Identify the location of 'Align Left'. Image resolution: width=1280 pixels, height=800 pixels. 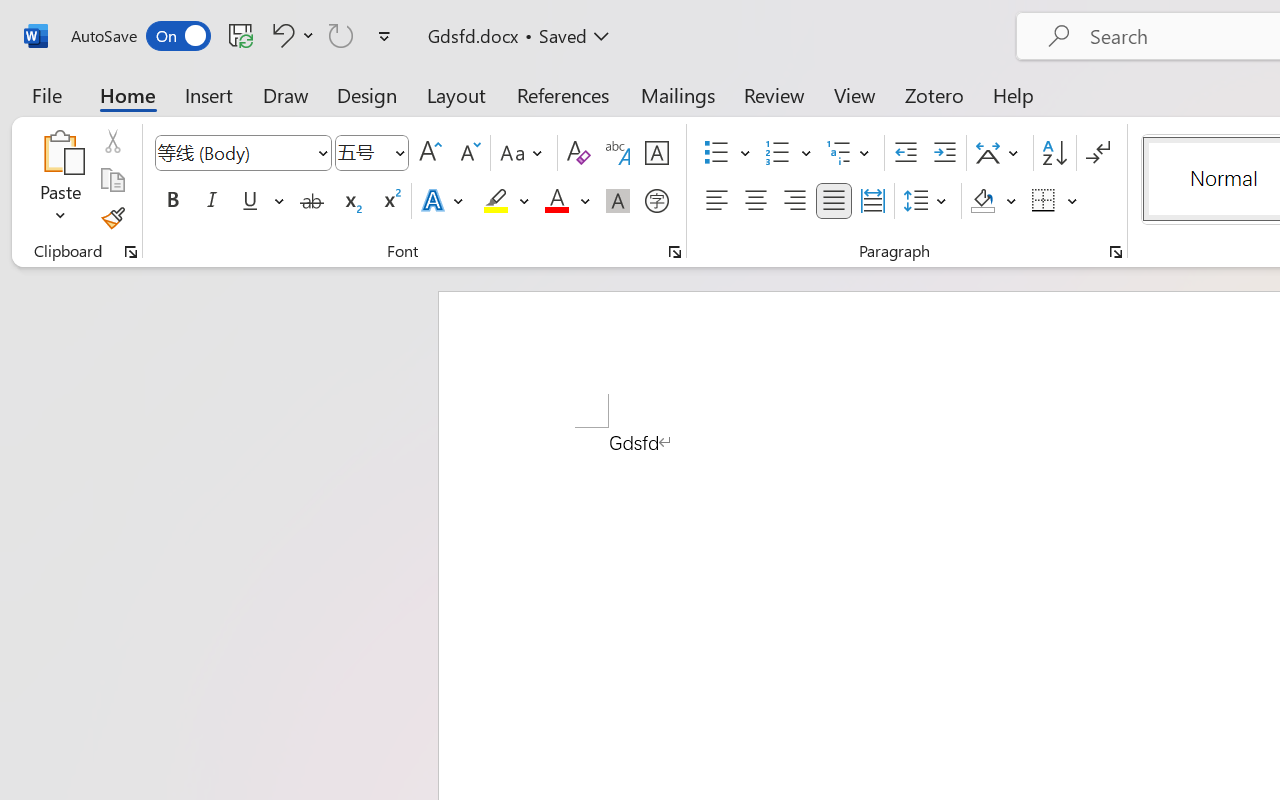
(716, 201).